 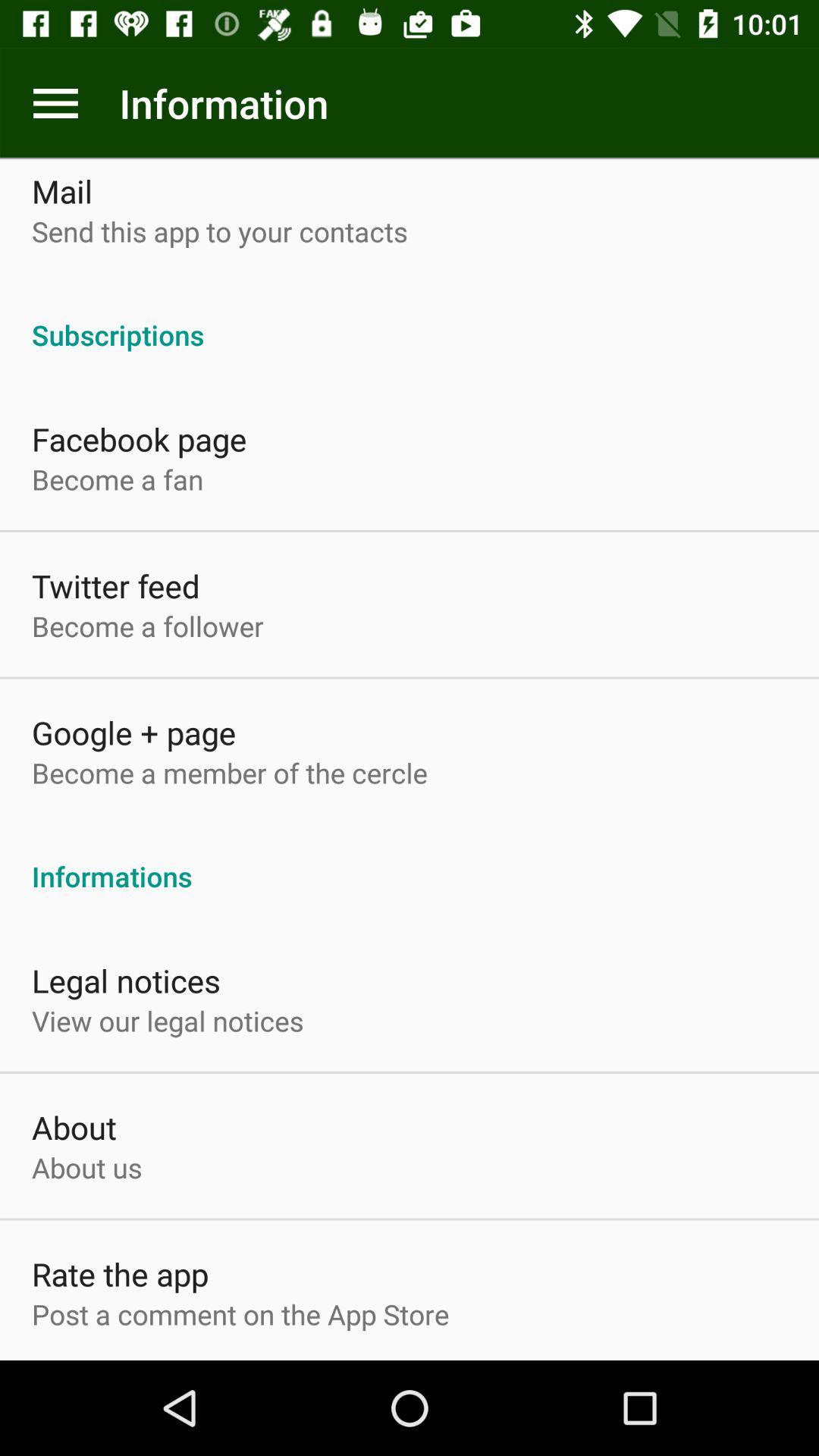 What do you see at coordinates (409, 860) in the screenshot?
I see `item at the center` at bounding box center [409, 860].